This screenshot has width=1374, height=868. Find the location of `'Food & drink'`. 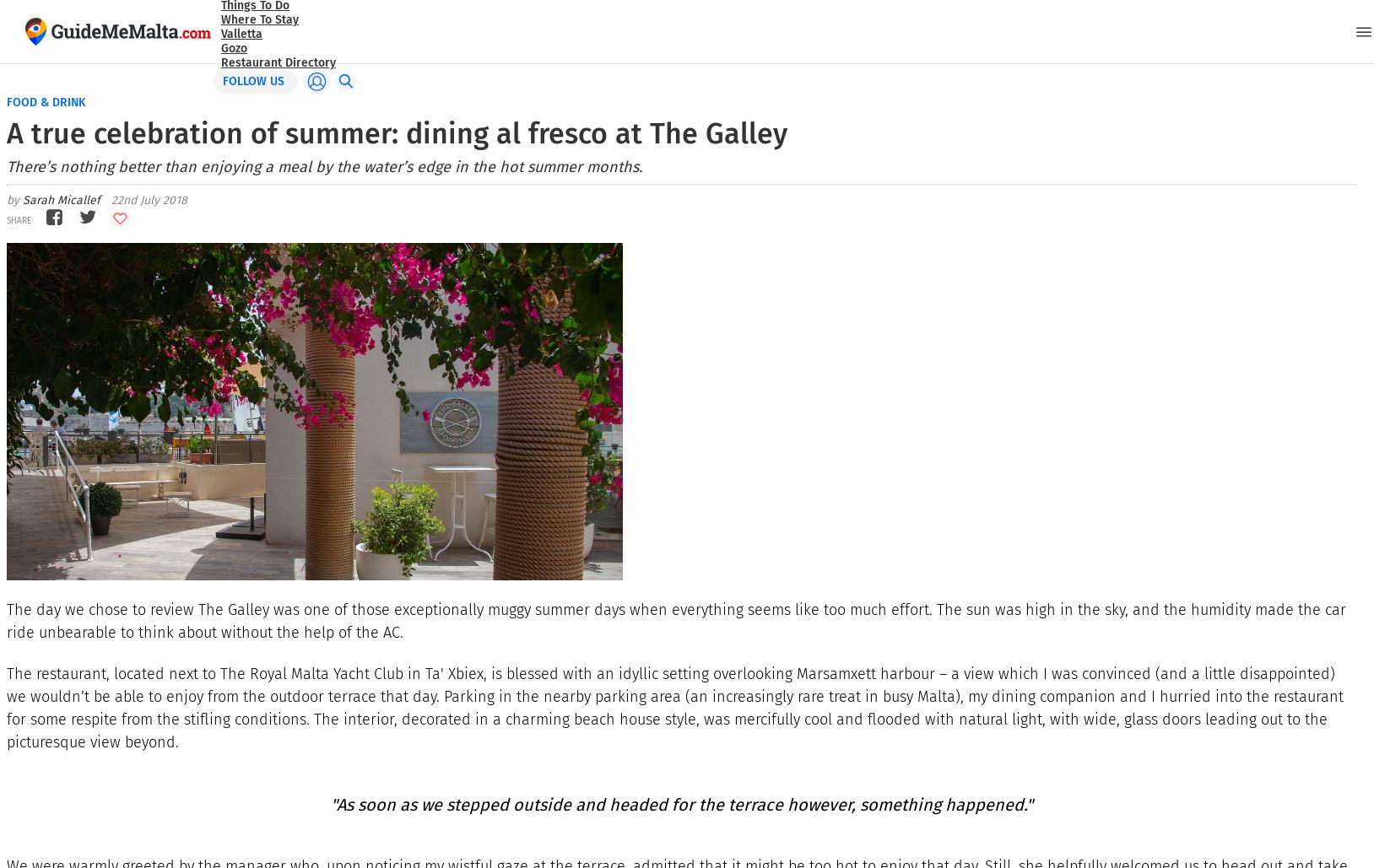

'Food & drink' is located at coordinates (46, 101).